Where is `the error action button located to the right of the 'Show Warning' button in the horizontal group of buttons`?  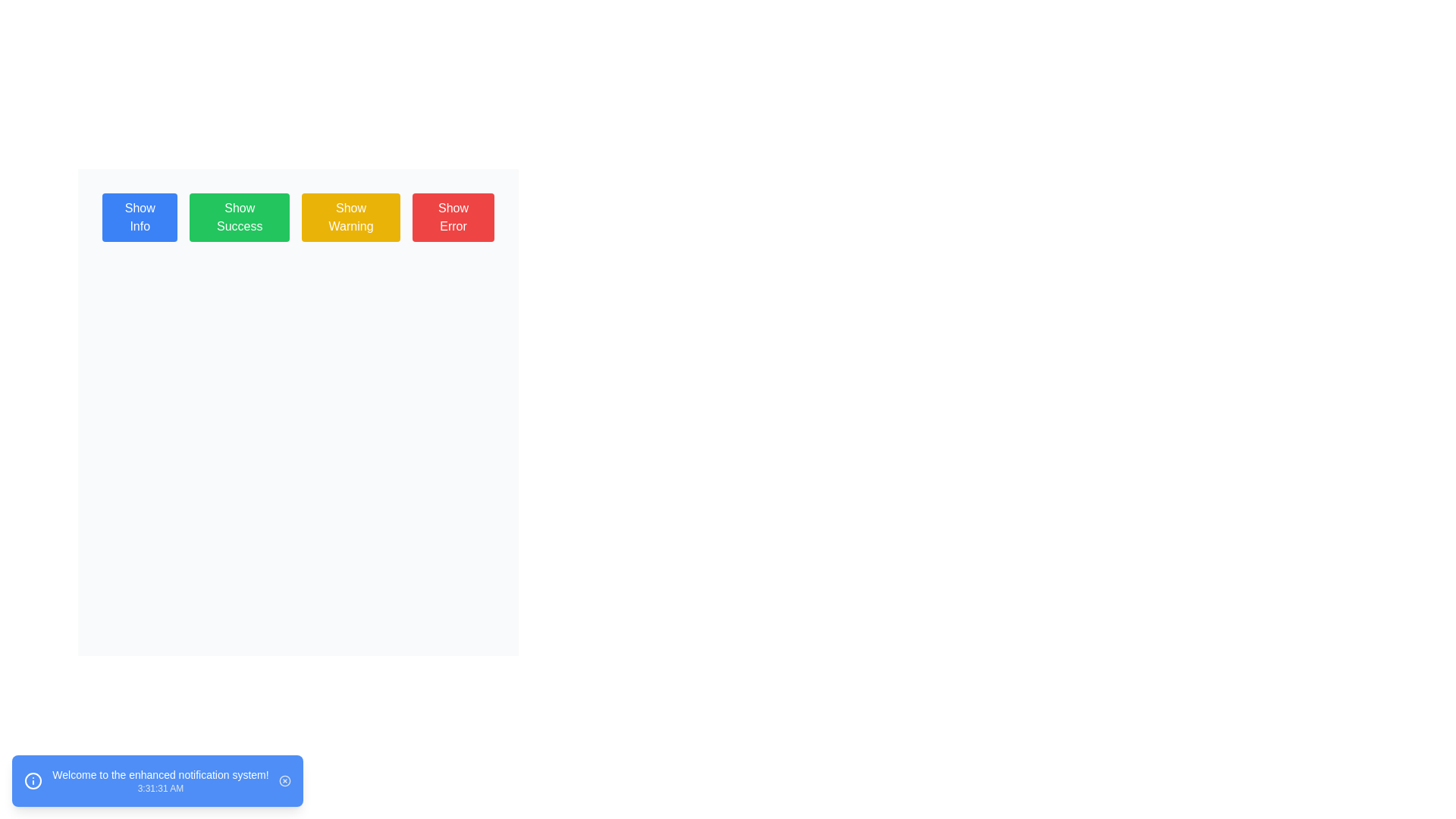
the error action button located to the right of the 'Show Warning' button in the horizontal group of buttons is located at coordinates (453, 217).